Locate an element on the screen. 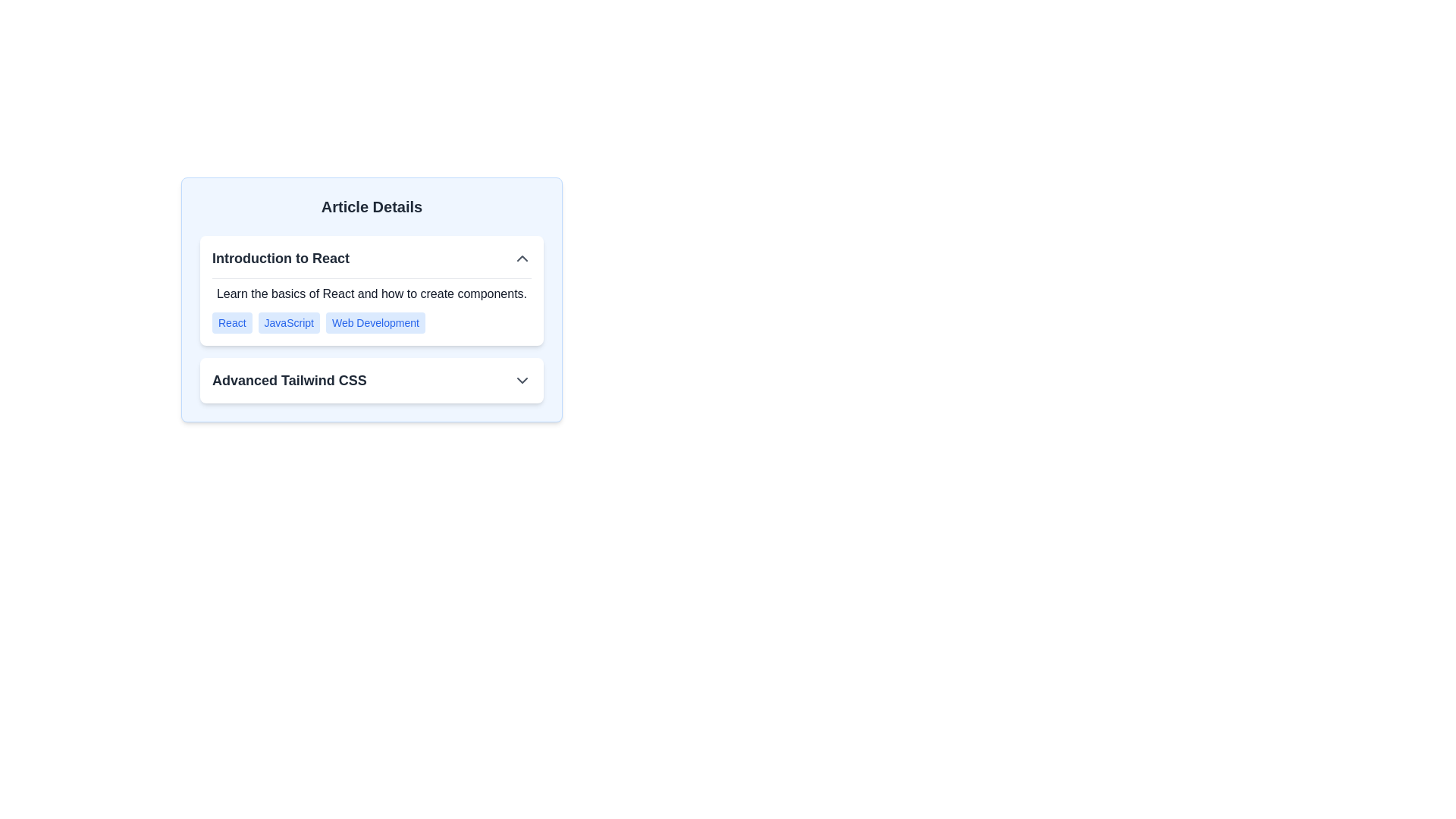 The height and width of the screenshot is (819, 1456). the Text Label located near the bottom of the 'Article Details' section, adjacent to the chevron-down icon, which represents a category or topic is located at coordinates (289, 379).